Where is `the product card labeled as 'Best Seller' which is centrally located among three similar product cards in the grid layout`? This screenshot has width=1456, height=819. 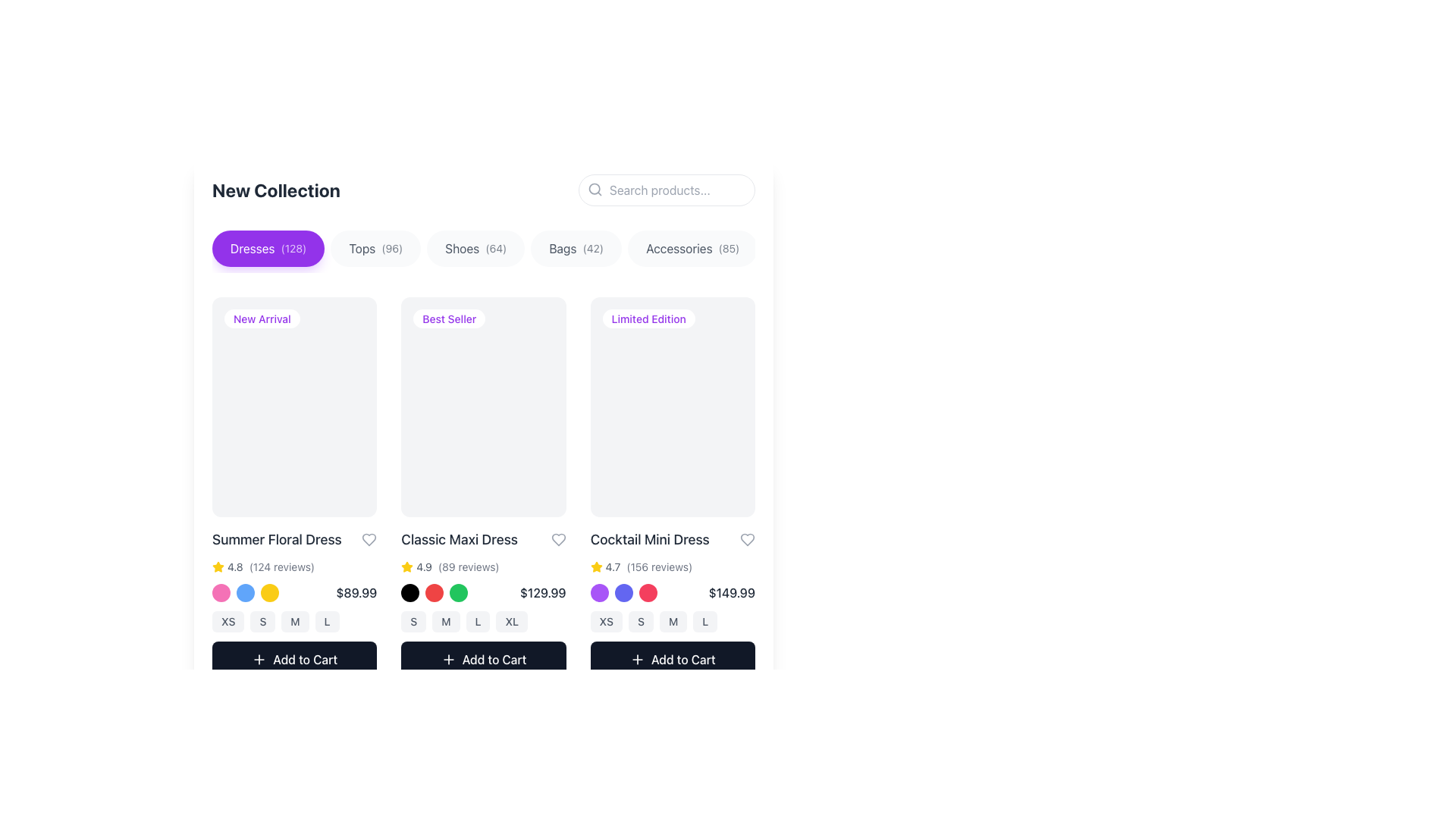
the product card labeled as 'Best Seller' which is centrally located among three similar product cards in the grid layout is located at coordinates (483, 406).